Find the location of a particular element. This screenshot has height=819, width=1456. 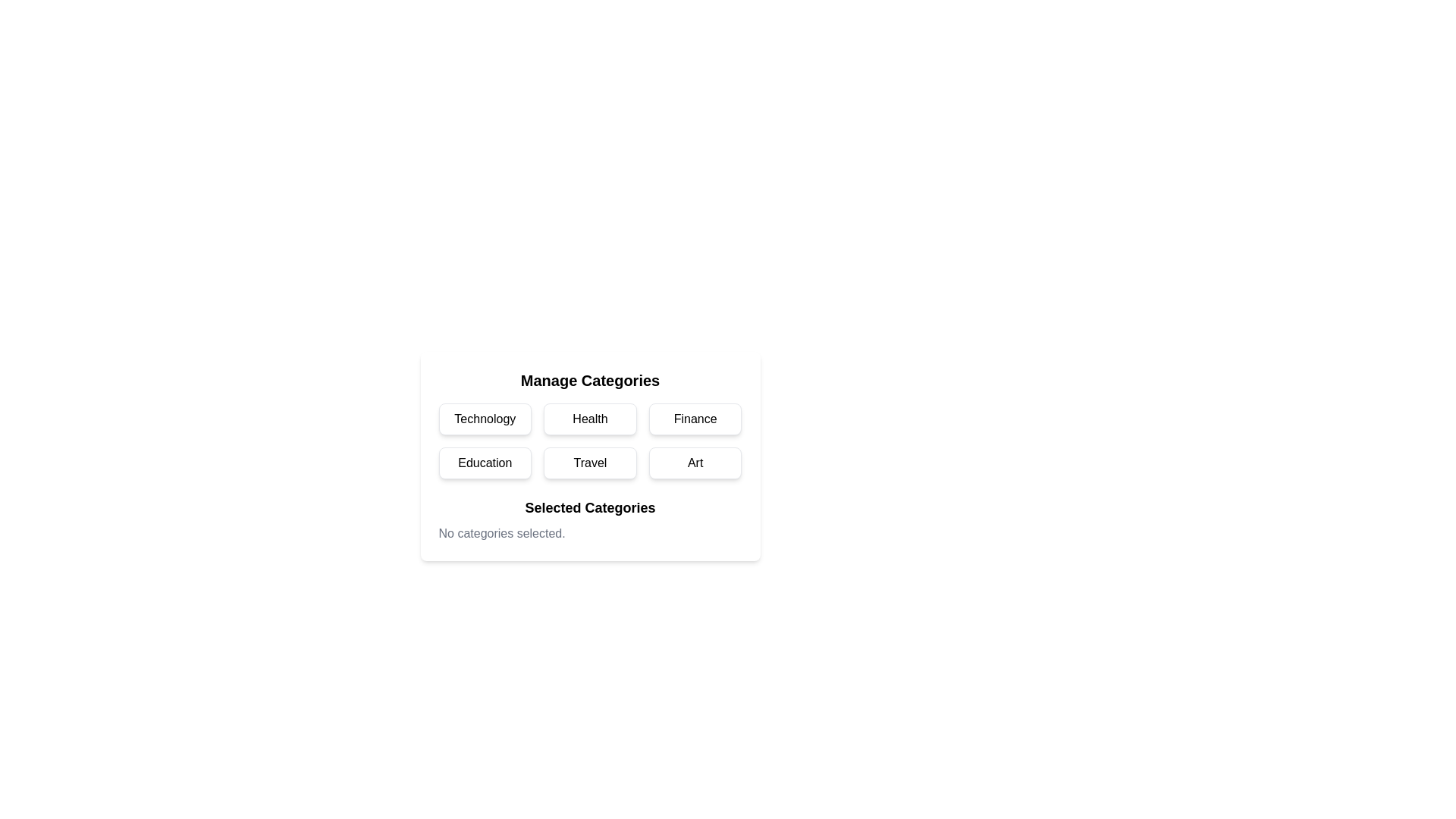

text displayed in the summary of currently selected categories inside the 'Manage Categories' vertical panel, located below the category buttons and above the bottom edge of the panel is located at coordinates (589, 519).